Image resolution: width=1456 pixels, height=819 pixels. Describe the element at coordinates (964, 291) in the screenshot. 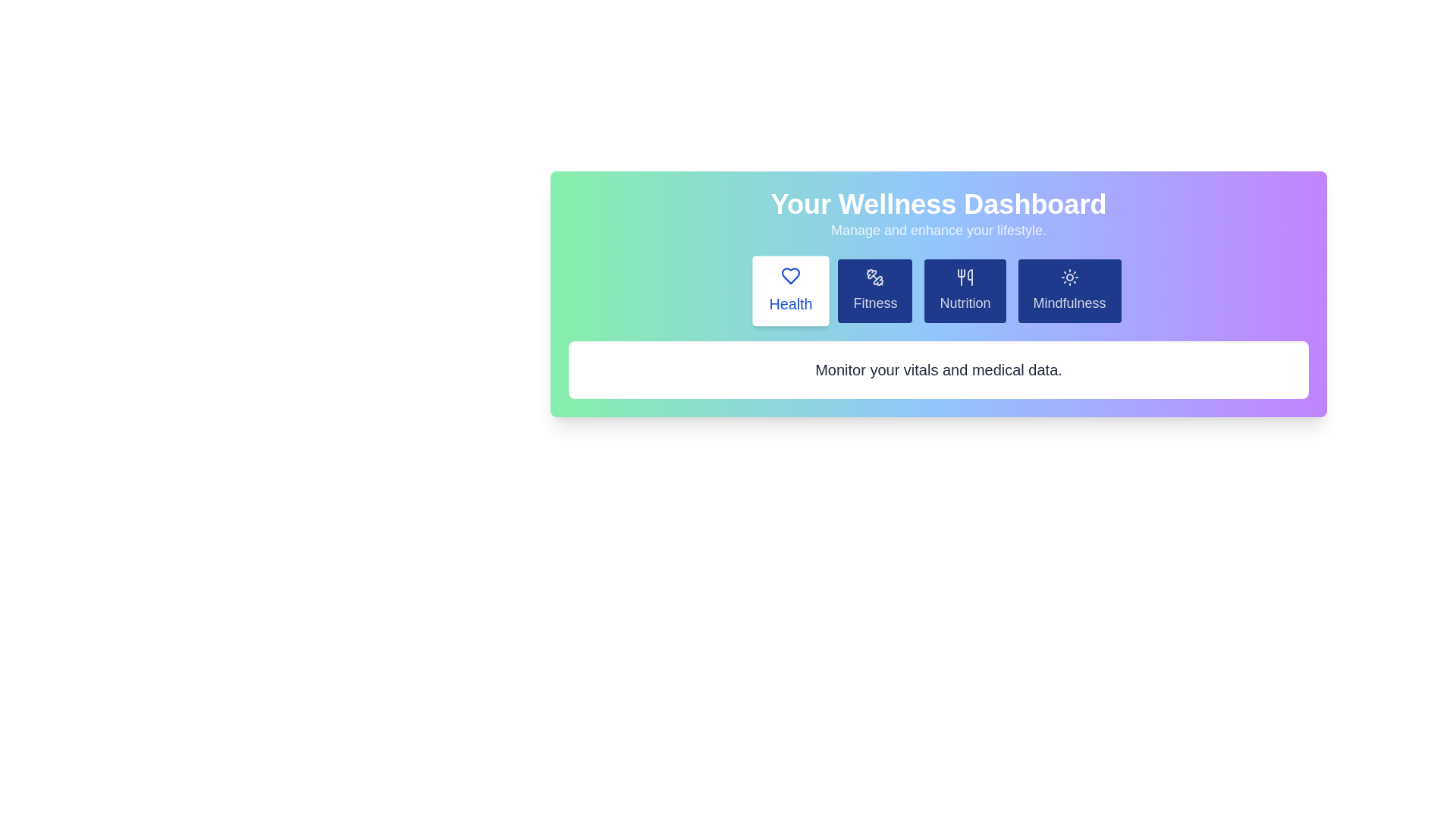

I see `the Nutrition tab to select its content` at that location.